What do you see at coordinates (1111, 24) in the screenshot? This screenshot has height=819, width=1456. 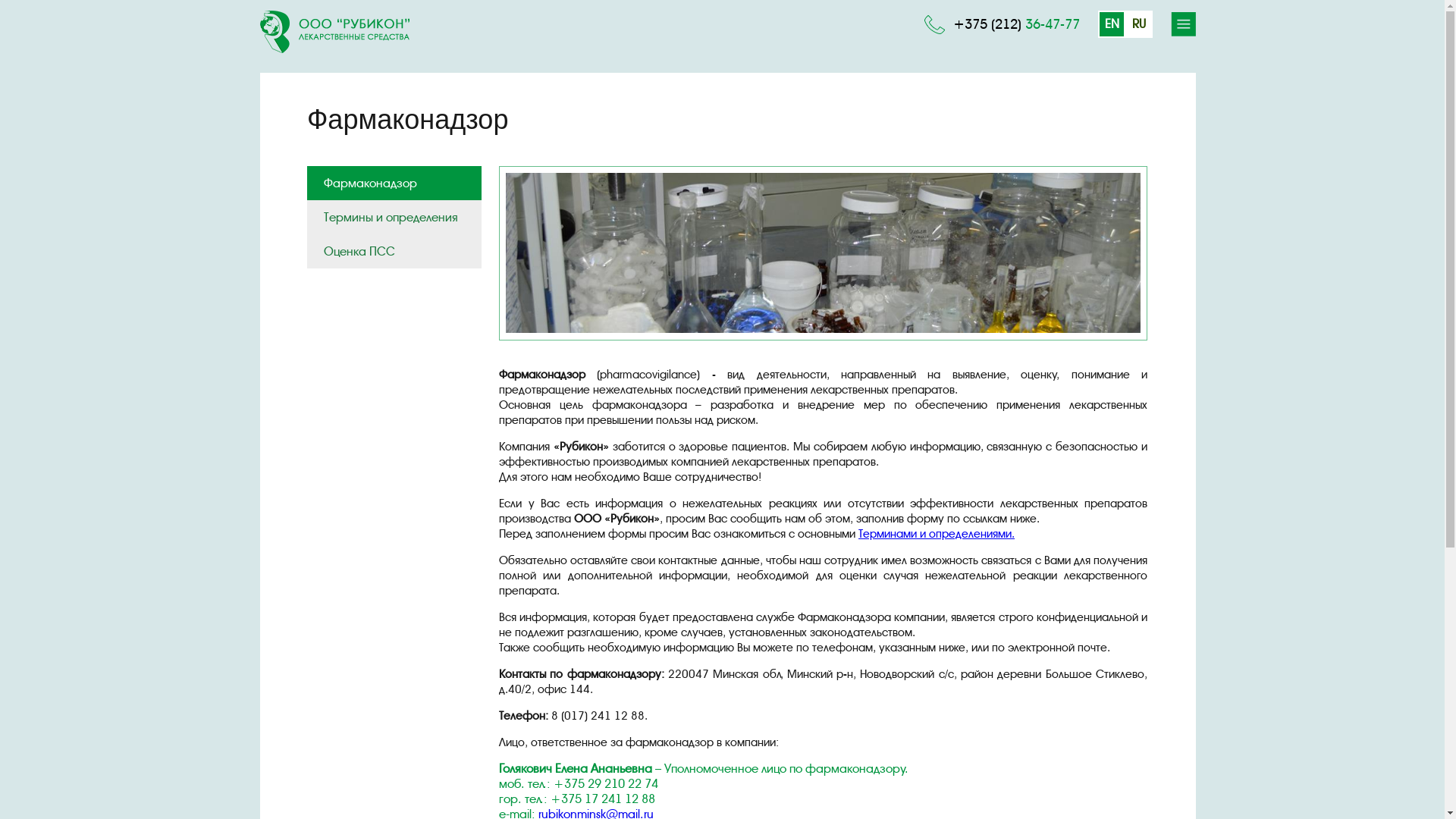 I see `'EN'` at bounding box center [1111, 24].